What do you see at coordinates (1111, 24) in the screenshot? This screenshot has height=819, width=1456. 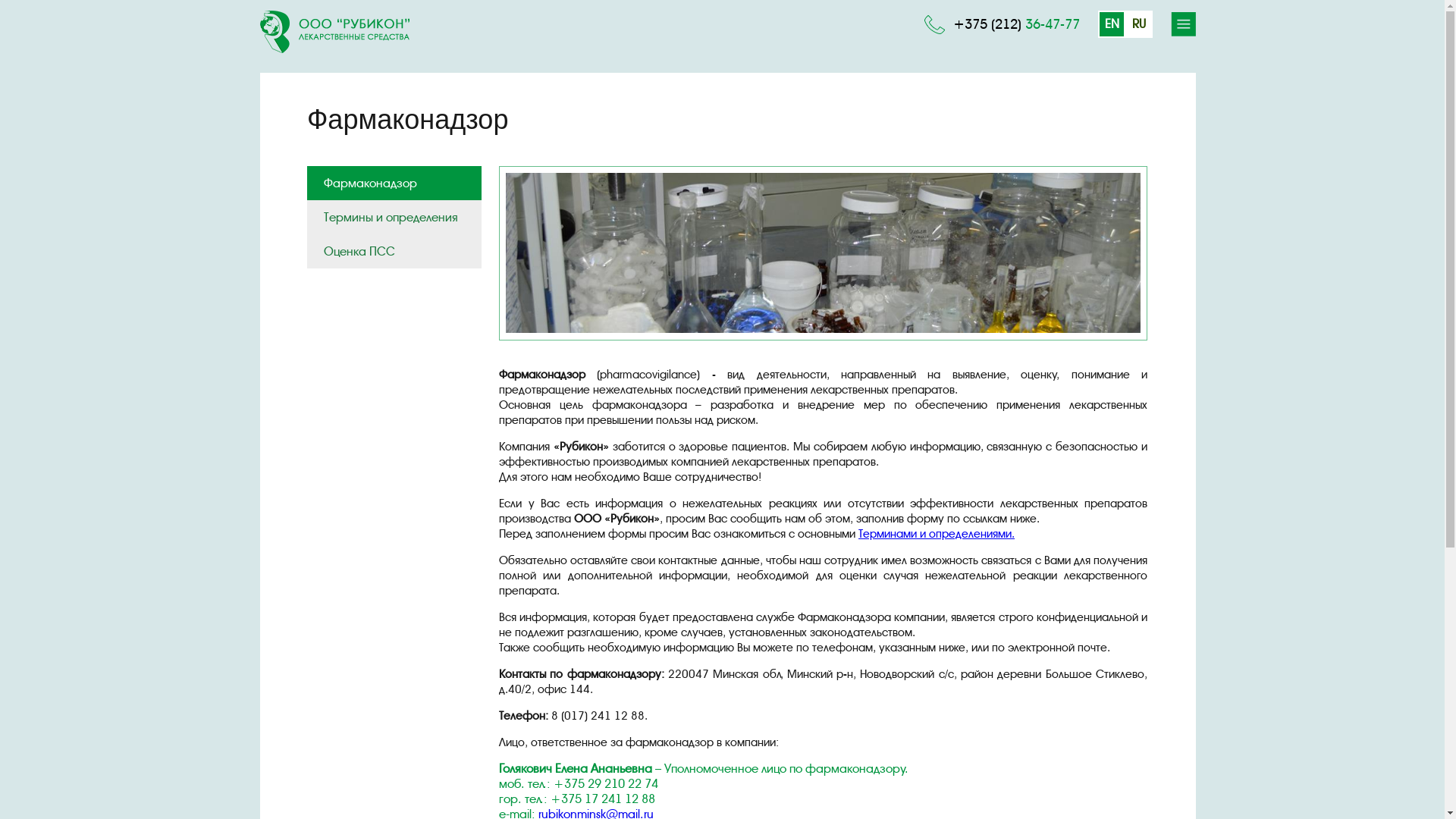 I see `'EN'` at bounding box center [1111, 24].